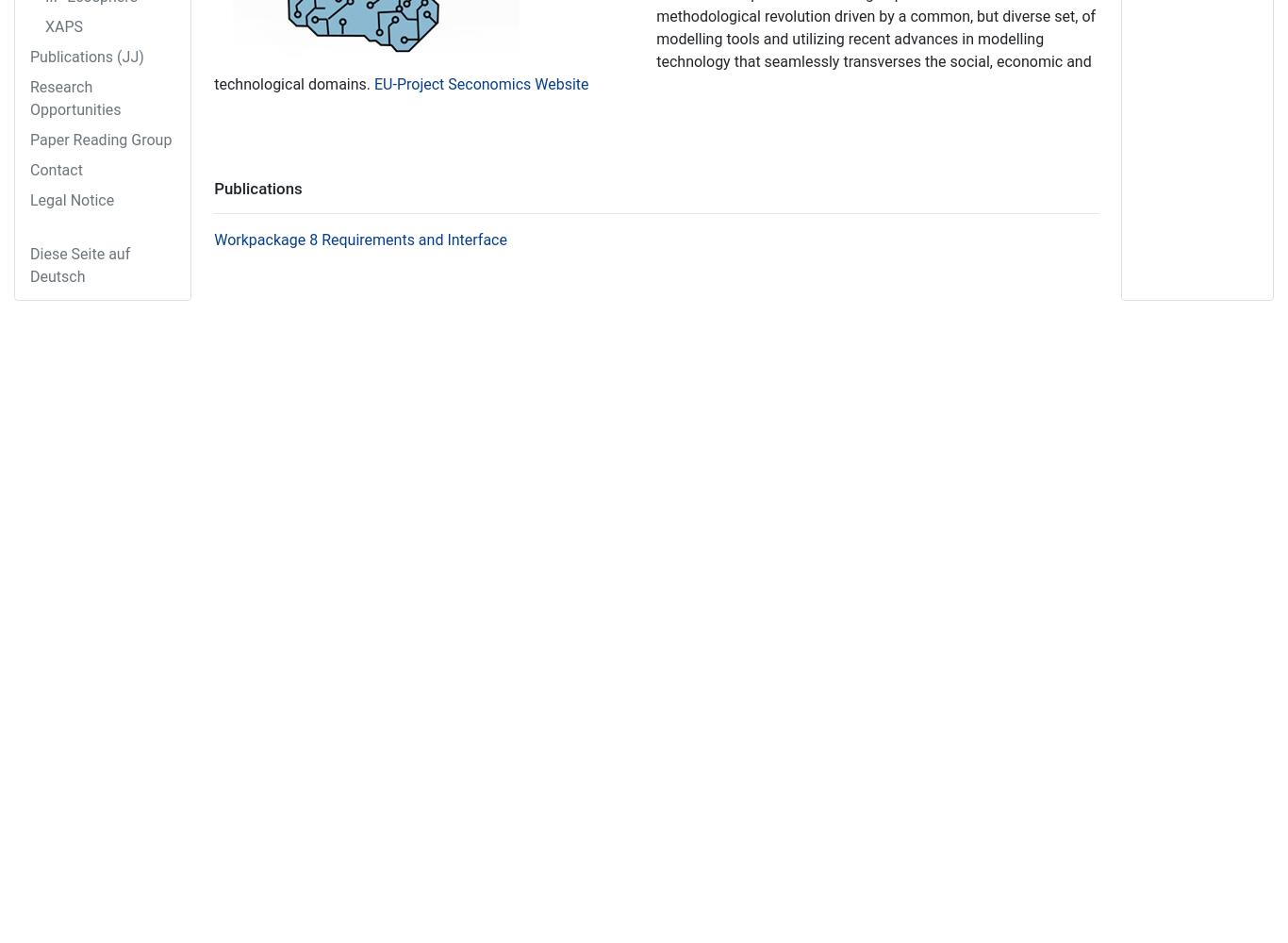 Image resolution: width=1288 pixels, height=943 pixels. What do you see at coordinates (56, 170) in the screenshot?
I see `'Contact'` at bounding box center [56, 170].